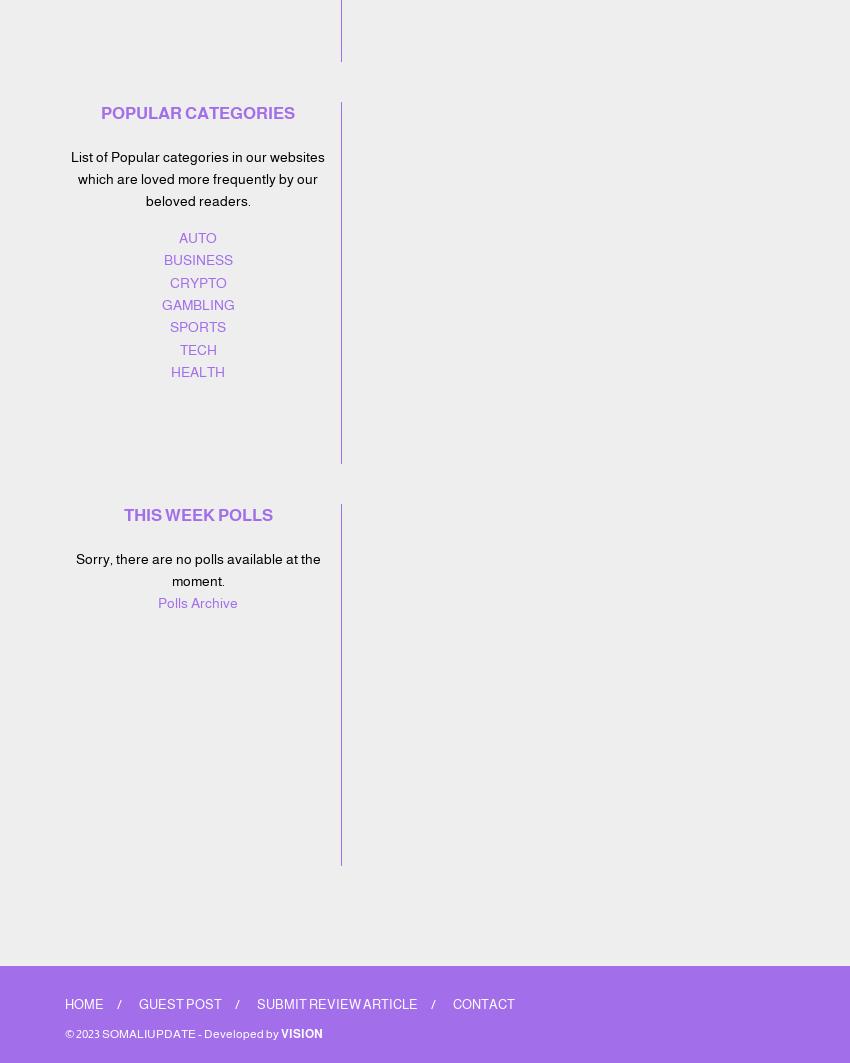  I want to click on '© 2023 SOMALIUPDATE - Developed by', so click(171, 1032).